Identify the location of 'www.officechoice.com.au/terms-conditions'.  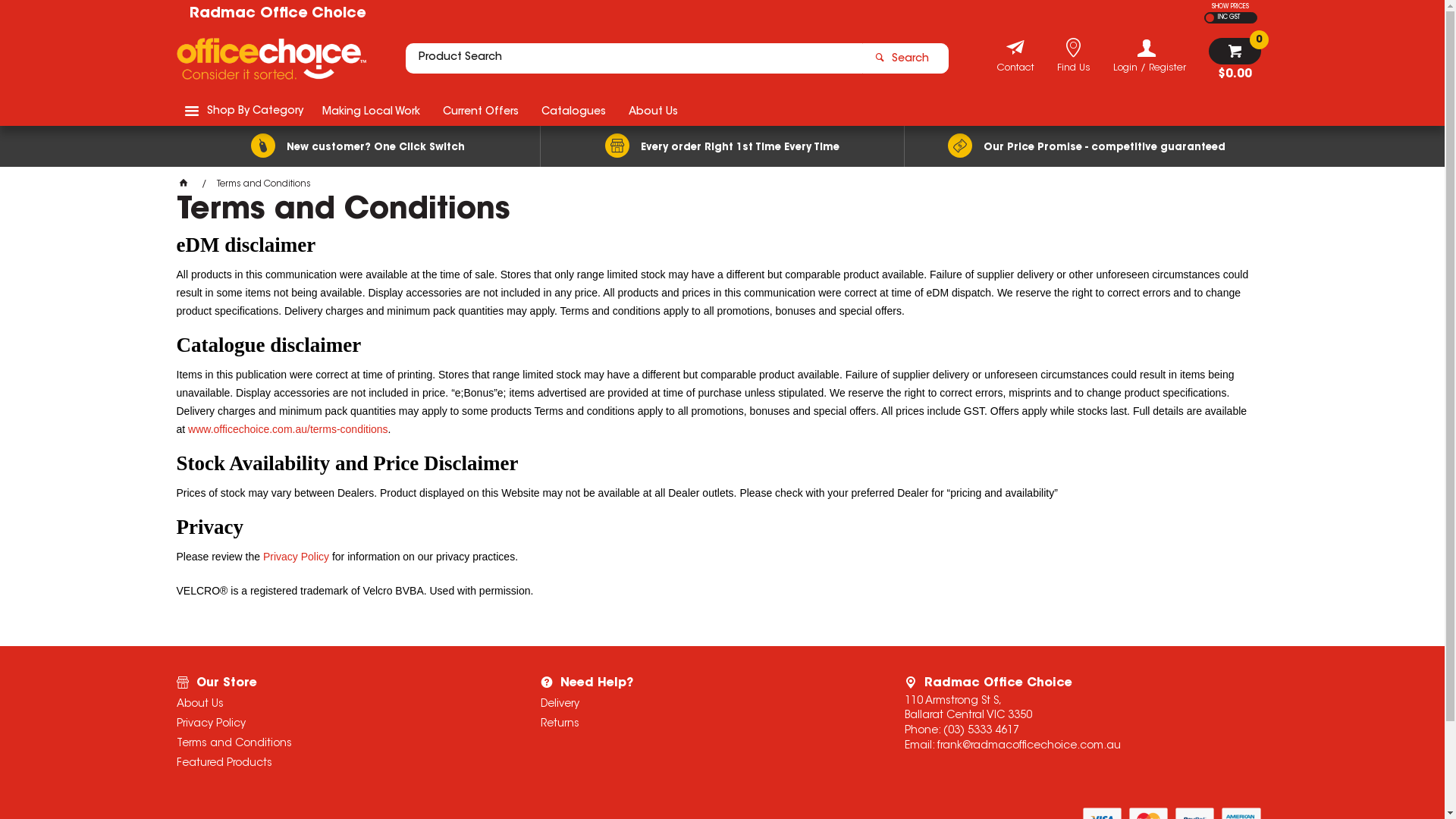
(287, 429).